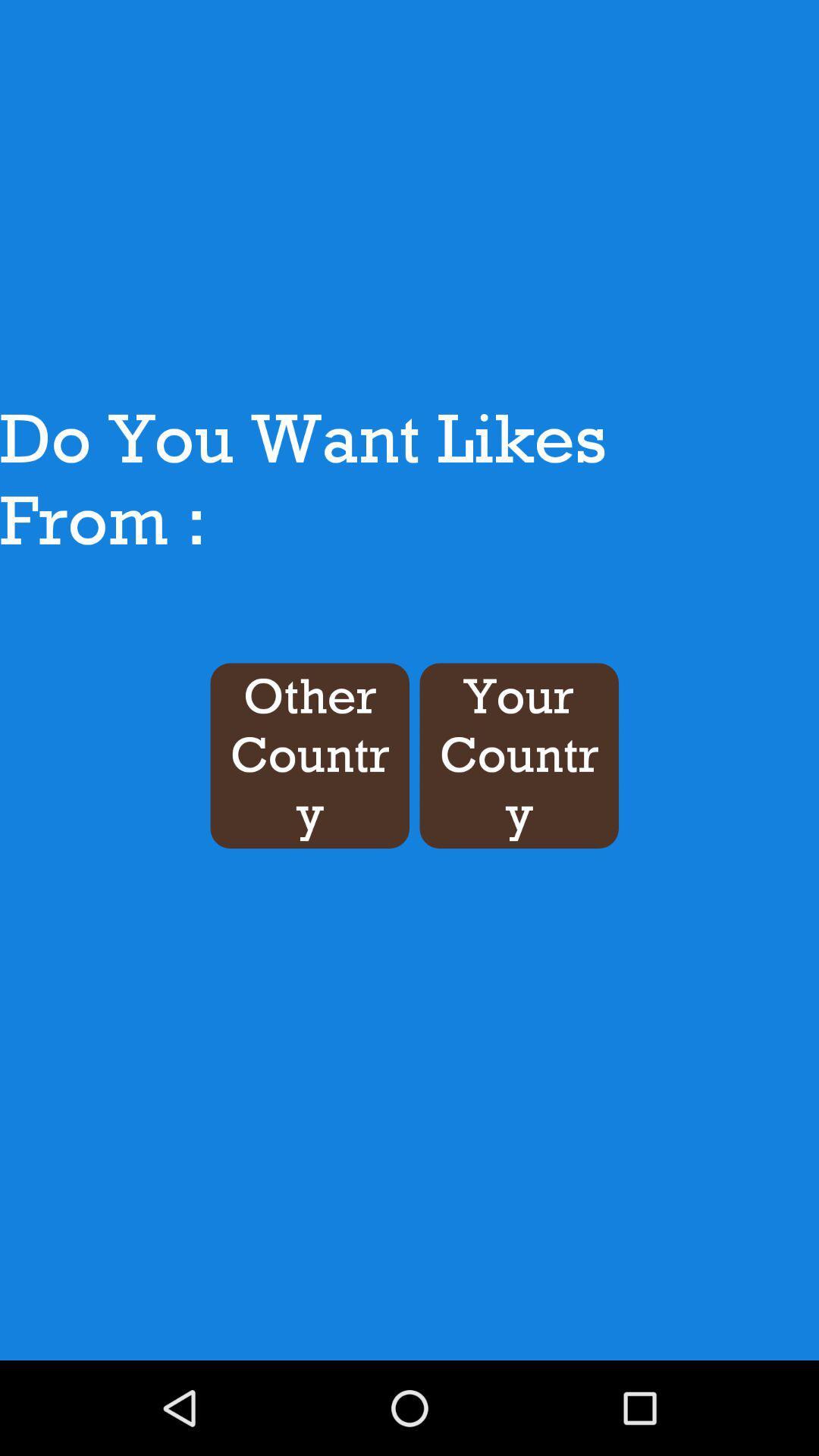 The width and height of the screenshot is (819, 1456). Describe the element at coordinates (309, 755) in the screenshot. I see `the button to the left of the your country icon` at that location.